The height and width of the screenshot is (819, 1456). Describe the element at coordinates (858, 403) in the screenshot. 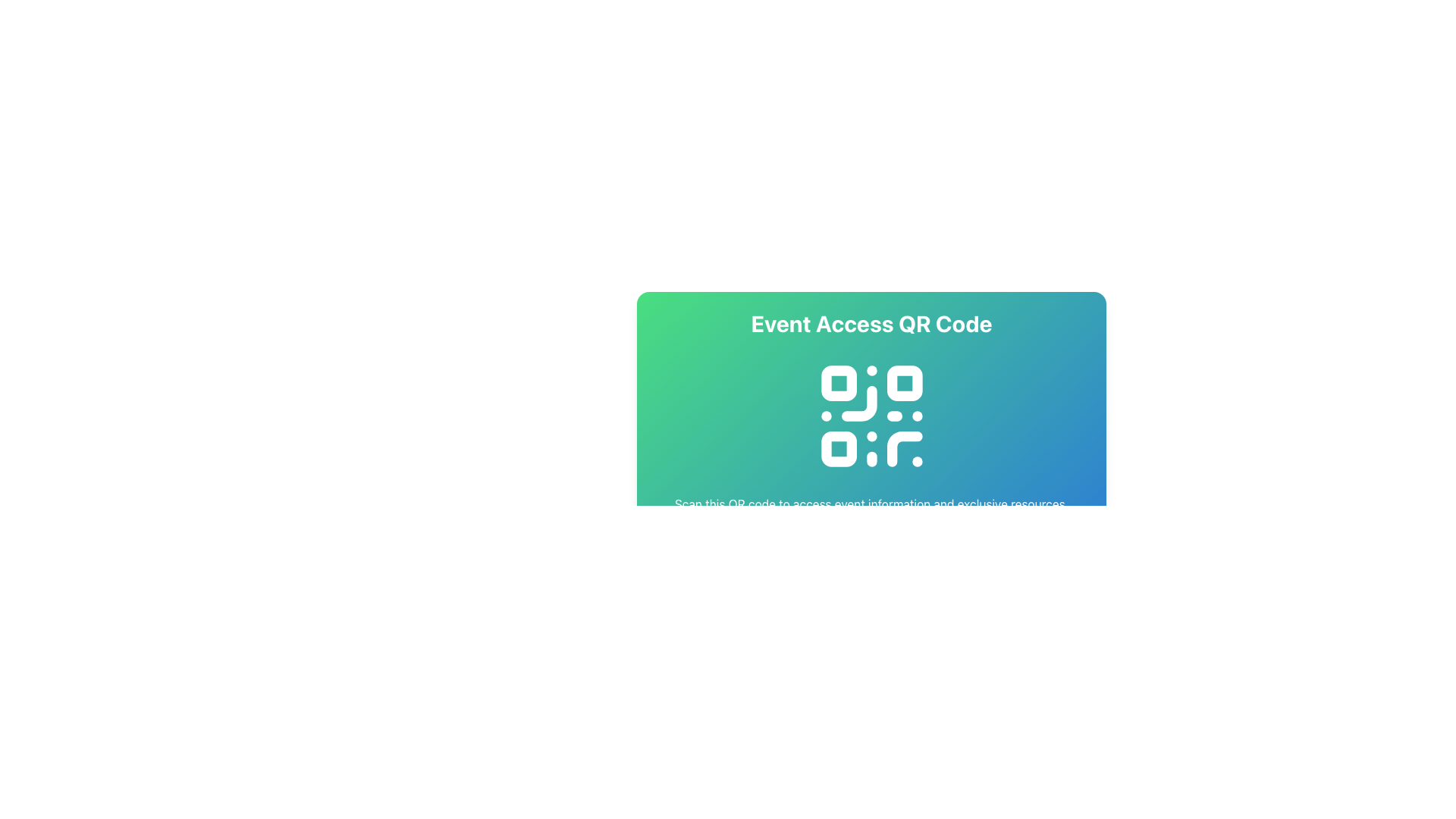

I see `the curved line segment of the QR code located in the central lower-left area of the QR code structure` at that location.